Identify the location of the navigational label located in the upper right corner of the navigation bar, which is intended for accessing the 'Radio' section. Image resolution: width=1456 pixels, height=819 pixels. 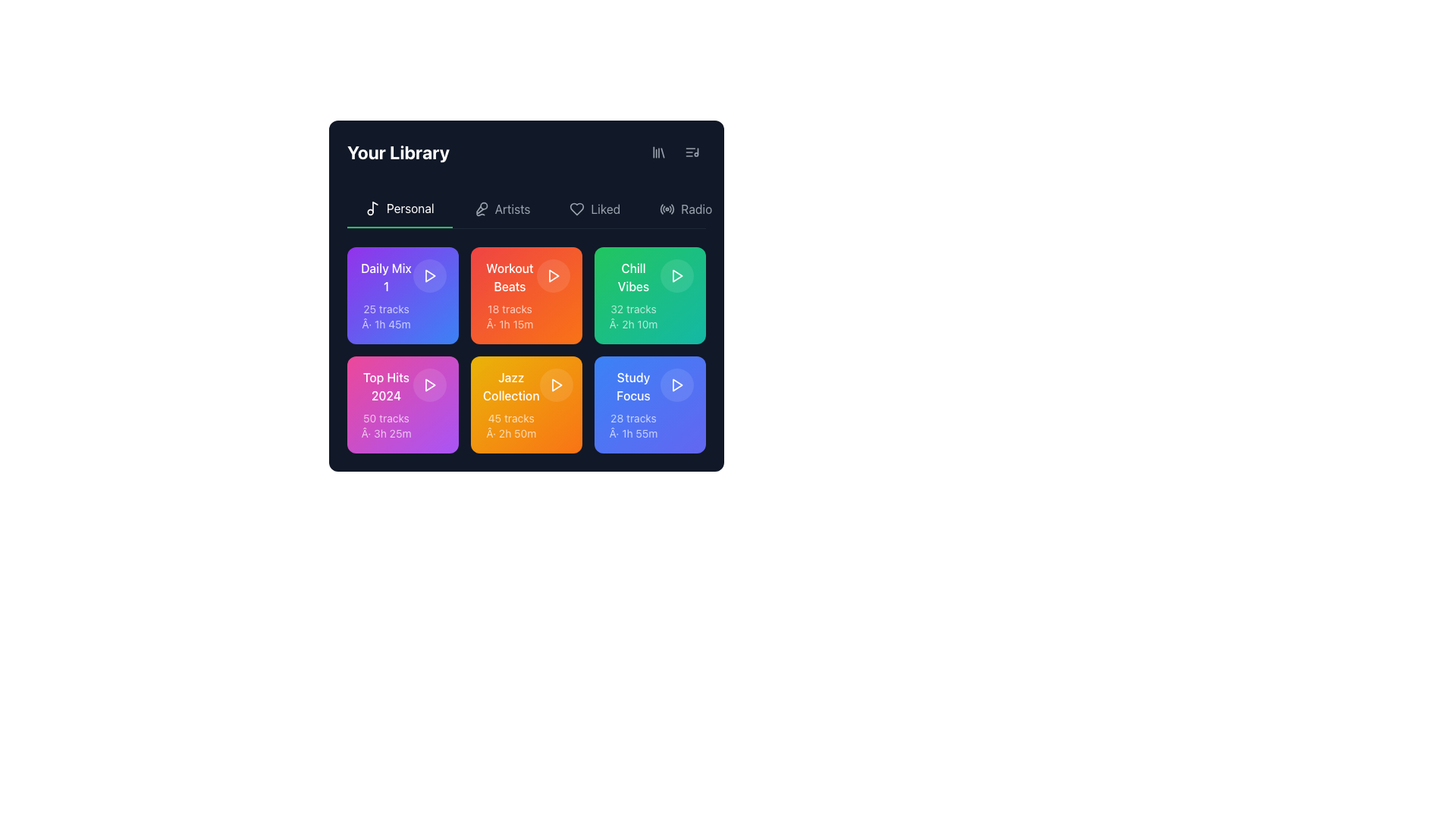
(695, 209).